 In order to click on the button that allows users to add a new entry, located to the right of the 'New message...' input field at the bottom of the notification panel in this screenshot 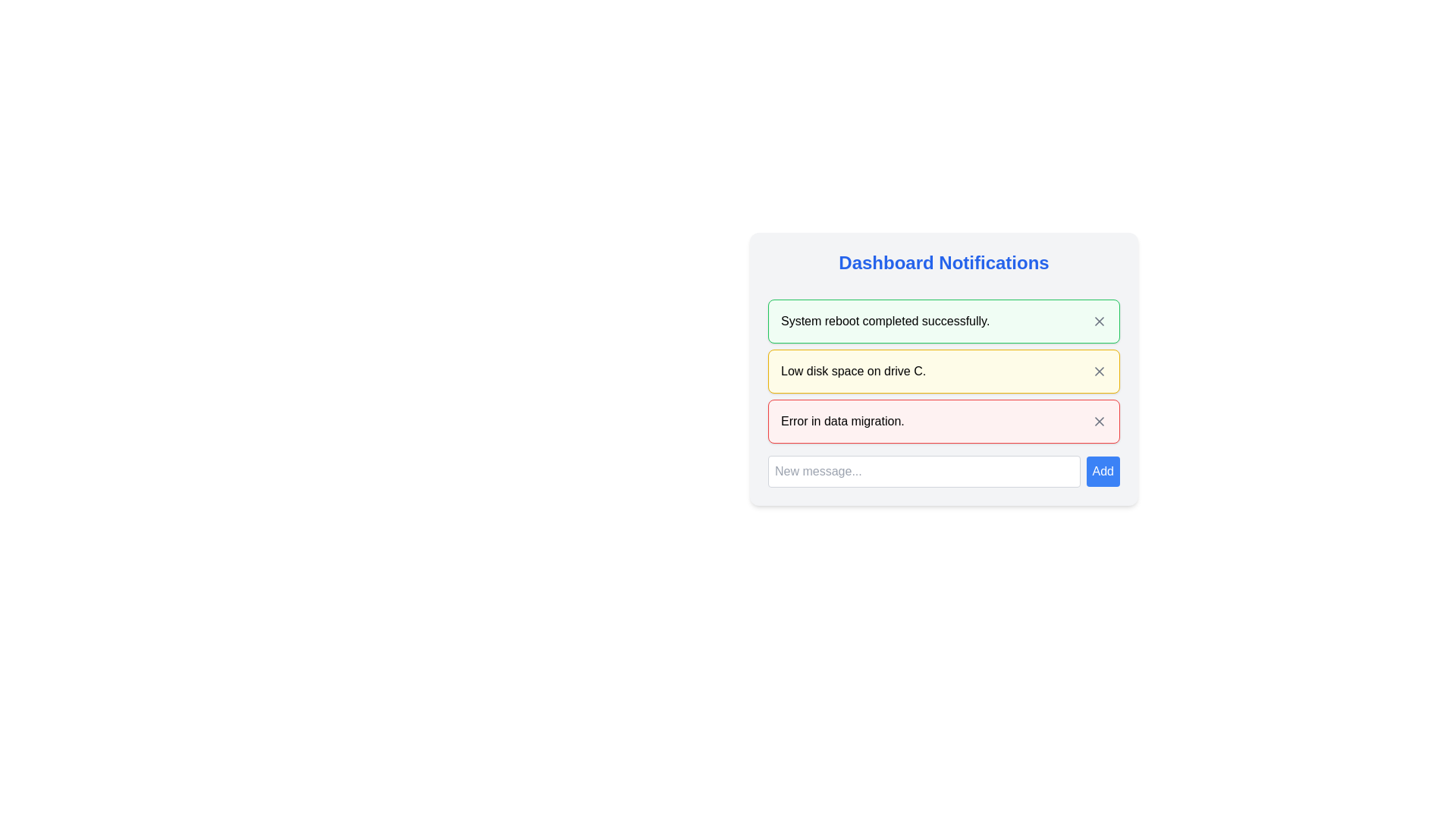, I will do `click(1103, 470)`.